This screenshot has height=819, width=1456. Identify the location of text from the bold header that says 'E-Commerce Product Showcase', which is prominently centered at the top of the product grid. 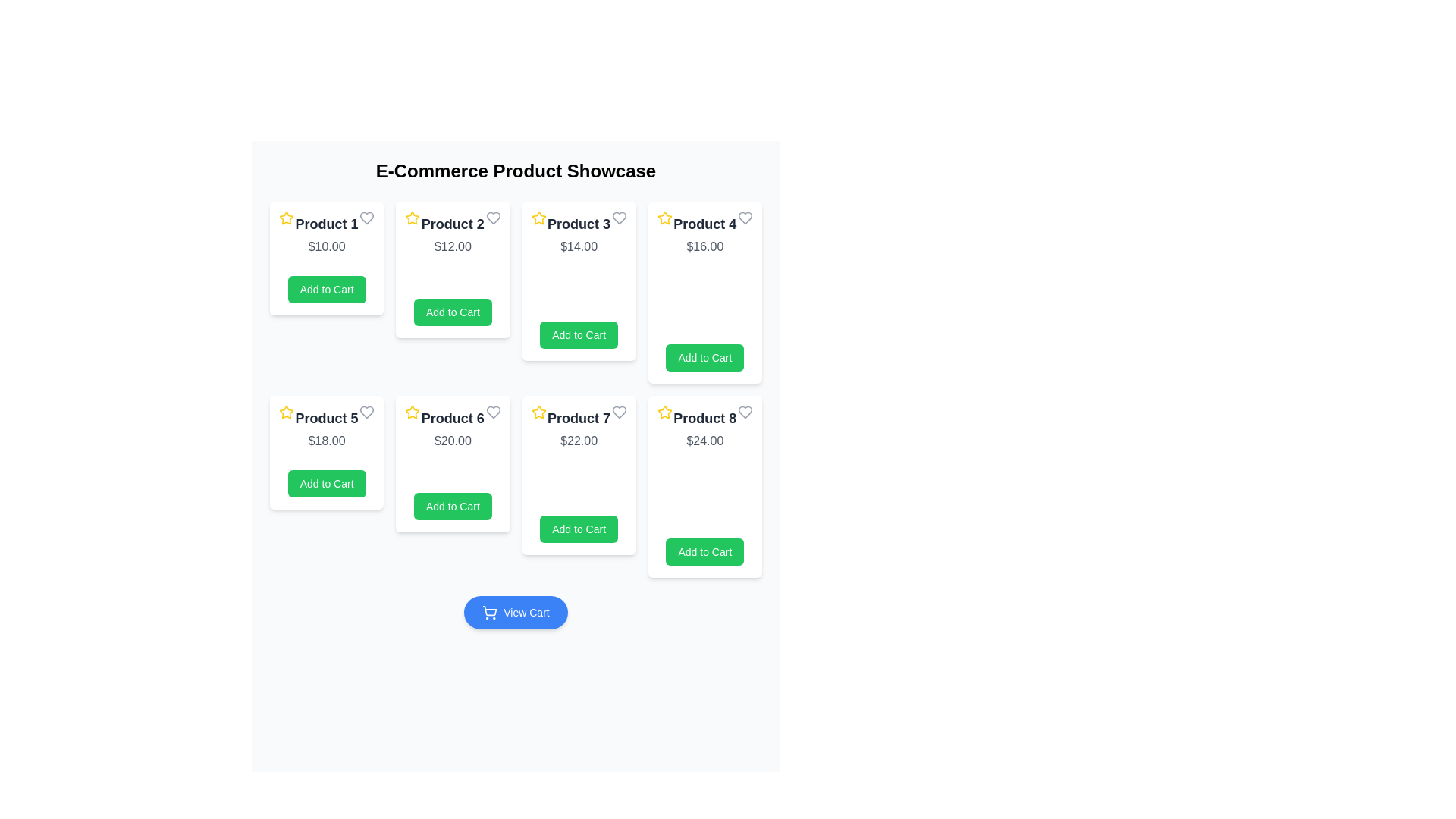
(516, 171).